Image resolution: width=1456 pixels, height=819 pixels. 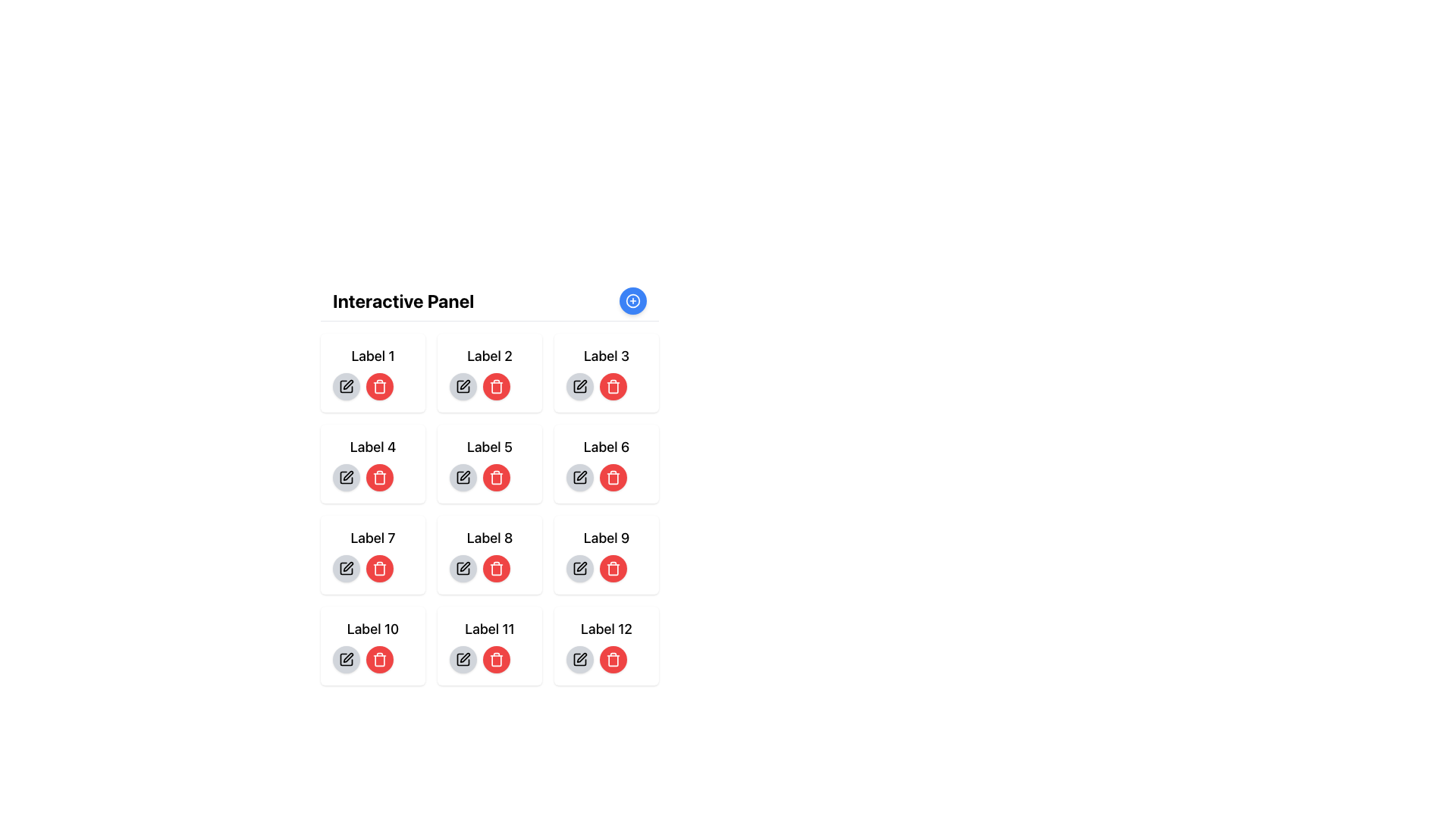 What do you see at coordinates (581, 657) in the screenshot?
I see `the graphical pen icon representing the editing tool located in the bottom right corner of the grid layout within the square box for 'Label 12'` at bounding box center [581, 657].